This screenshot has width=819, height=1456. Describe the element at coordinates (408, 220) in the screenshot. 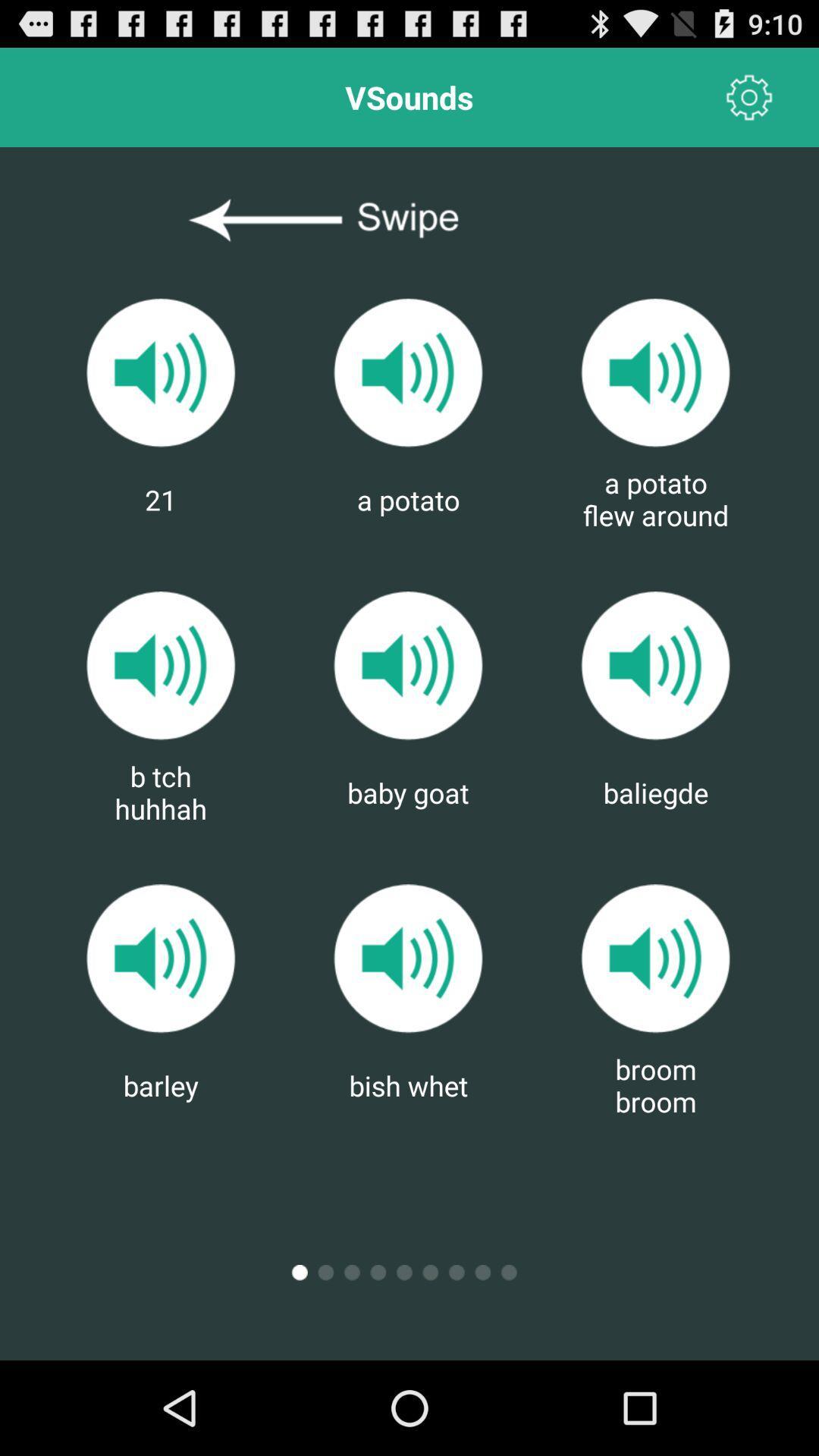

I see `swipe` at that location.